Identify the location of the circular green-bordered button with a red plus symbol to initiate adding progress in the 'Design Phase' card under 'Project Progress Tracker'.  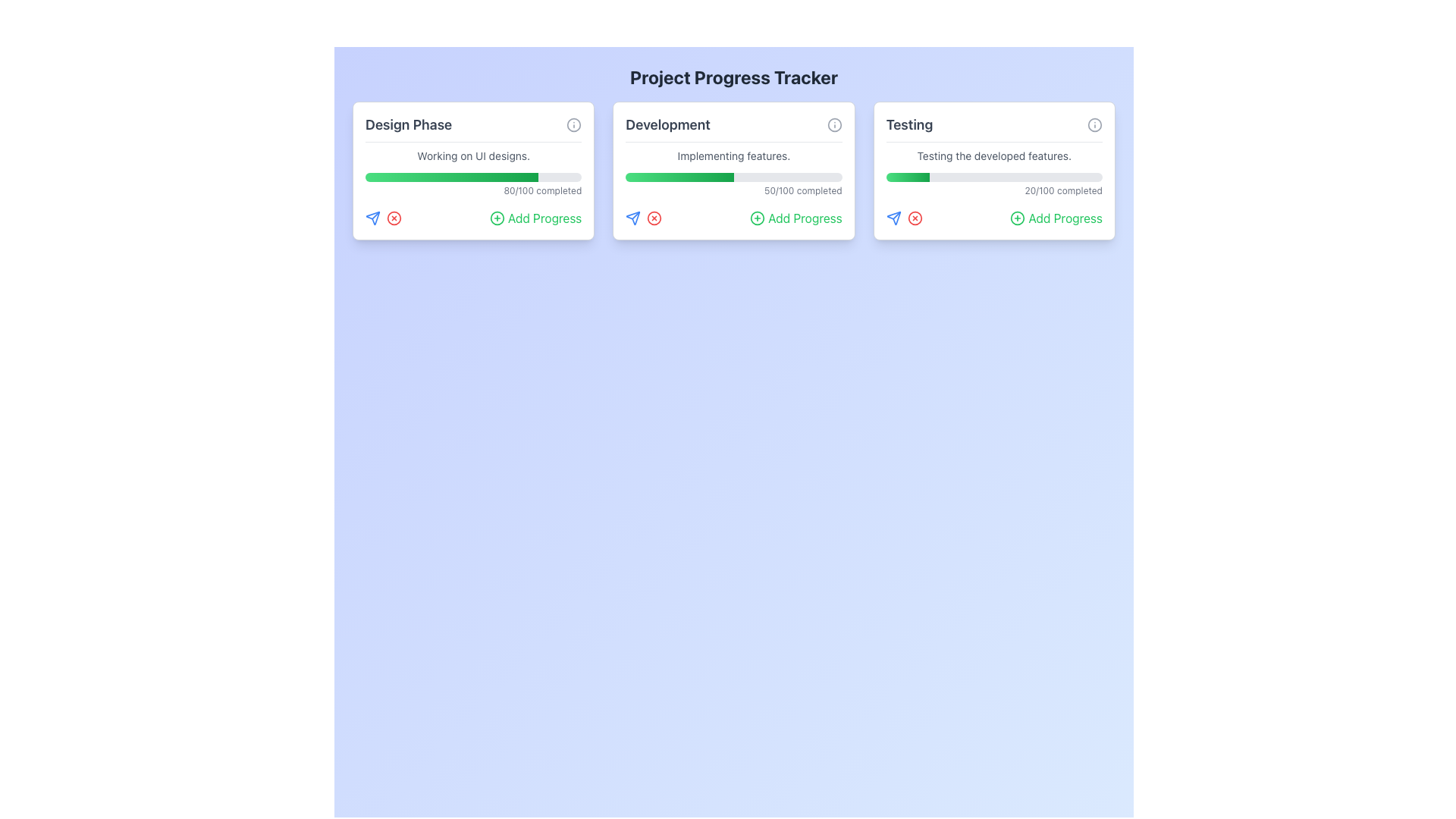
(497, 218).